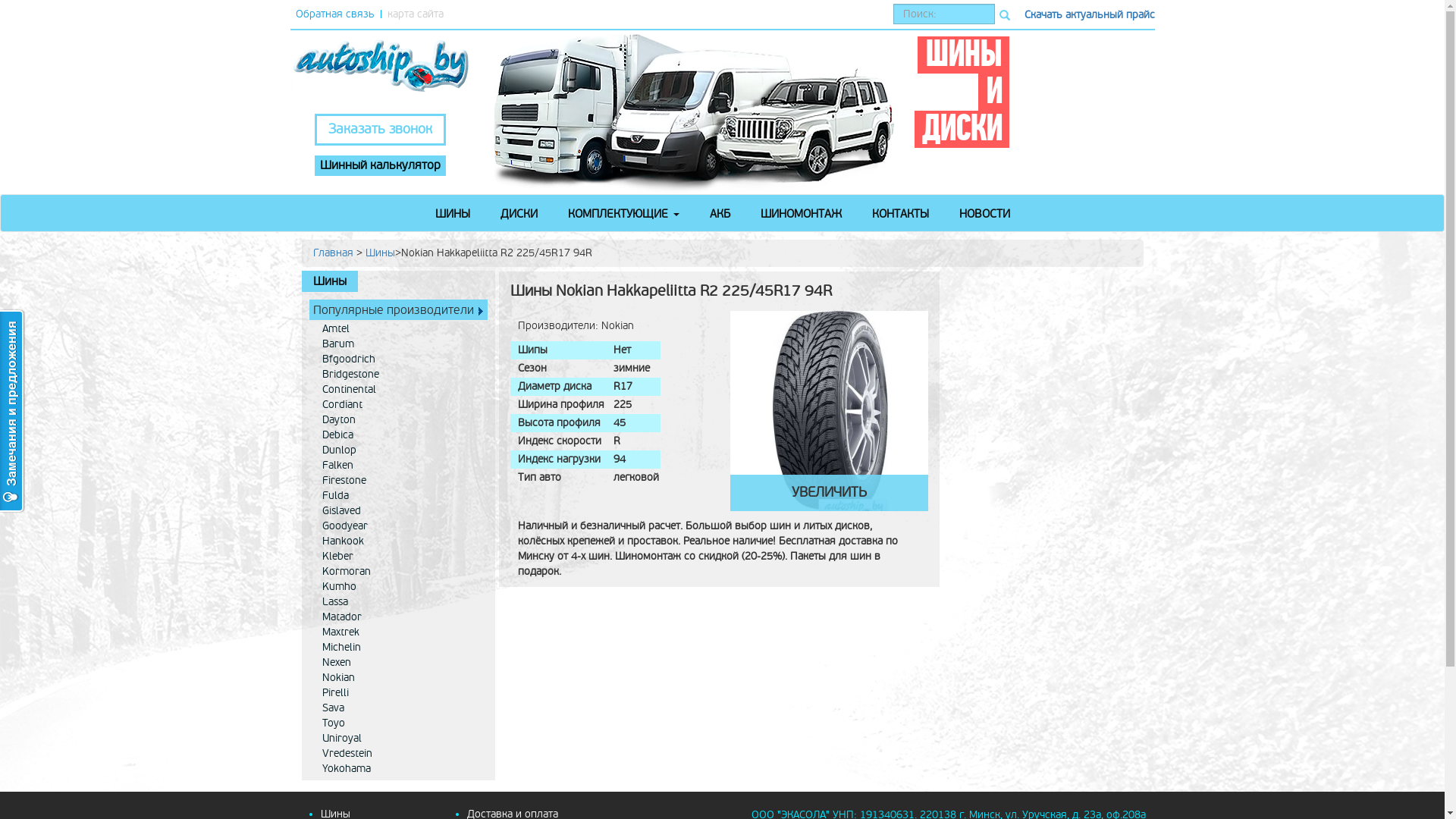  Describe the element at coordinates (400, 526) in the screenshot. I see `'Goodyear'` at that location.